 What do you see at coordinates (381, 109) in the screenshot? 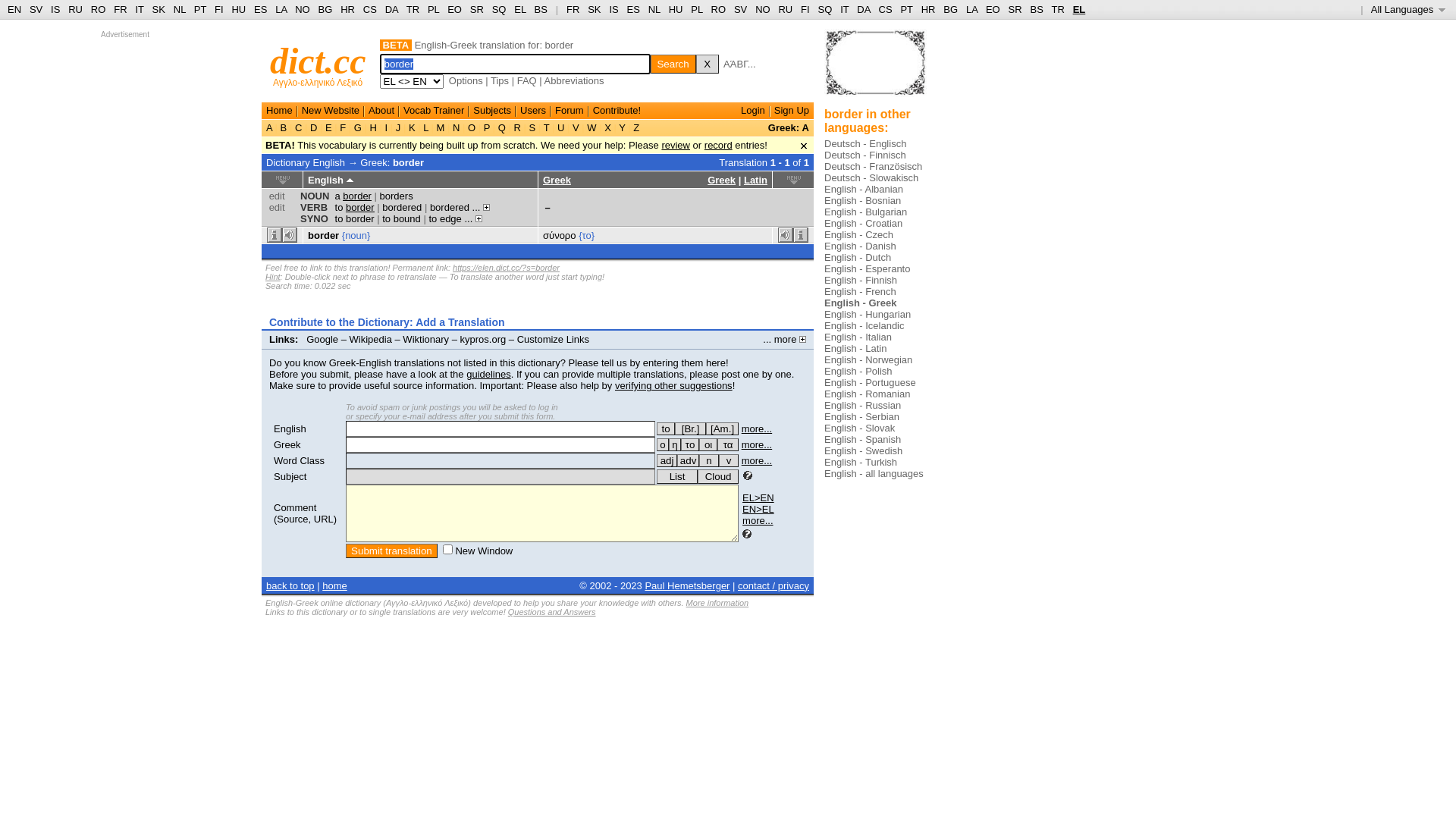
I see `'About'` at bounding box center [381, 109].